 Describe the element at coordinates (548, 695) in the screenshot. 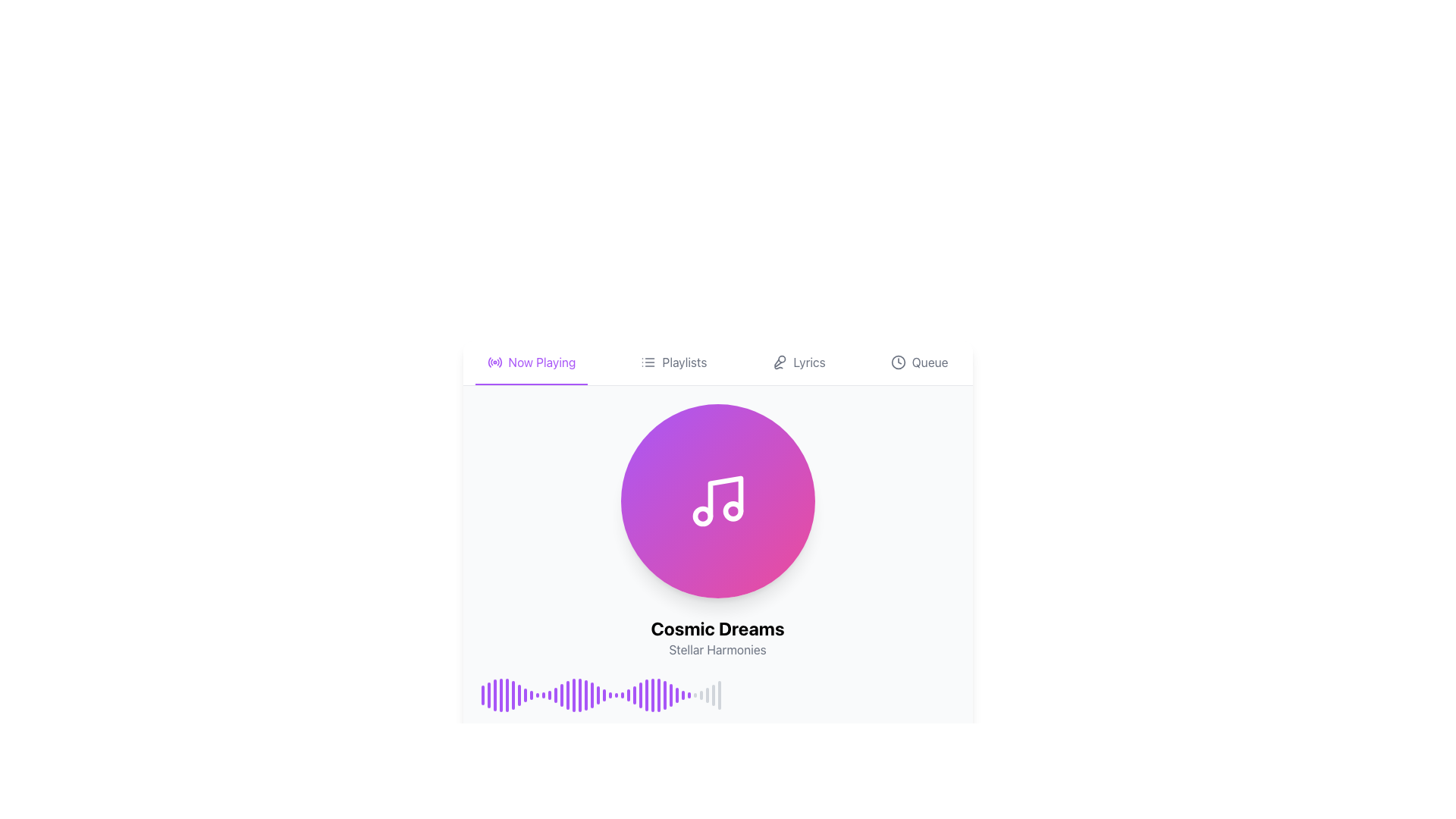

I see `the visual indicator bar for waveform visualization, which is the 12th vertical bar in the sequence of 35 bars located underneath the album art and song title` at that location.